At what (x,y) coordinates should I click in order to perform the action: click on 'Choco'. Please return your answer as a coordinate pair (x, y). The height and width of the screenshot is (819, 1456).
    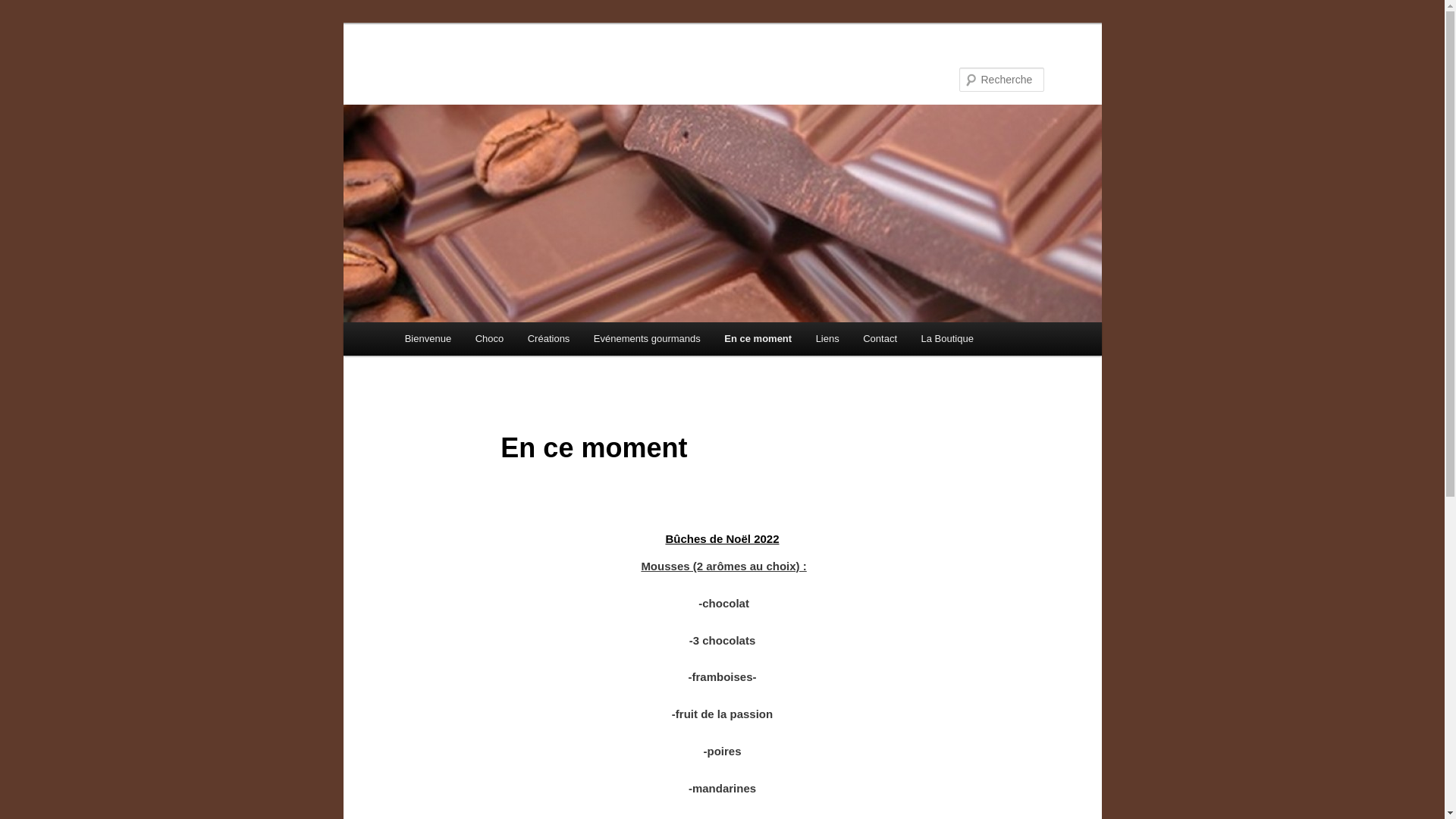
    Looking at the image, I should click on (489, 337).